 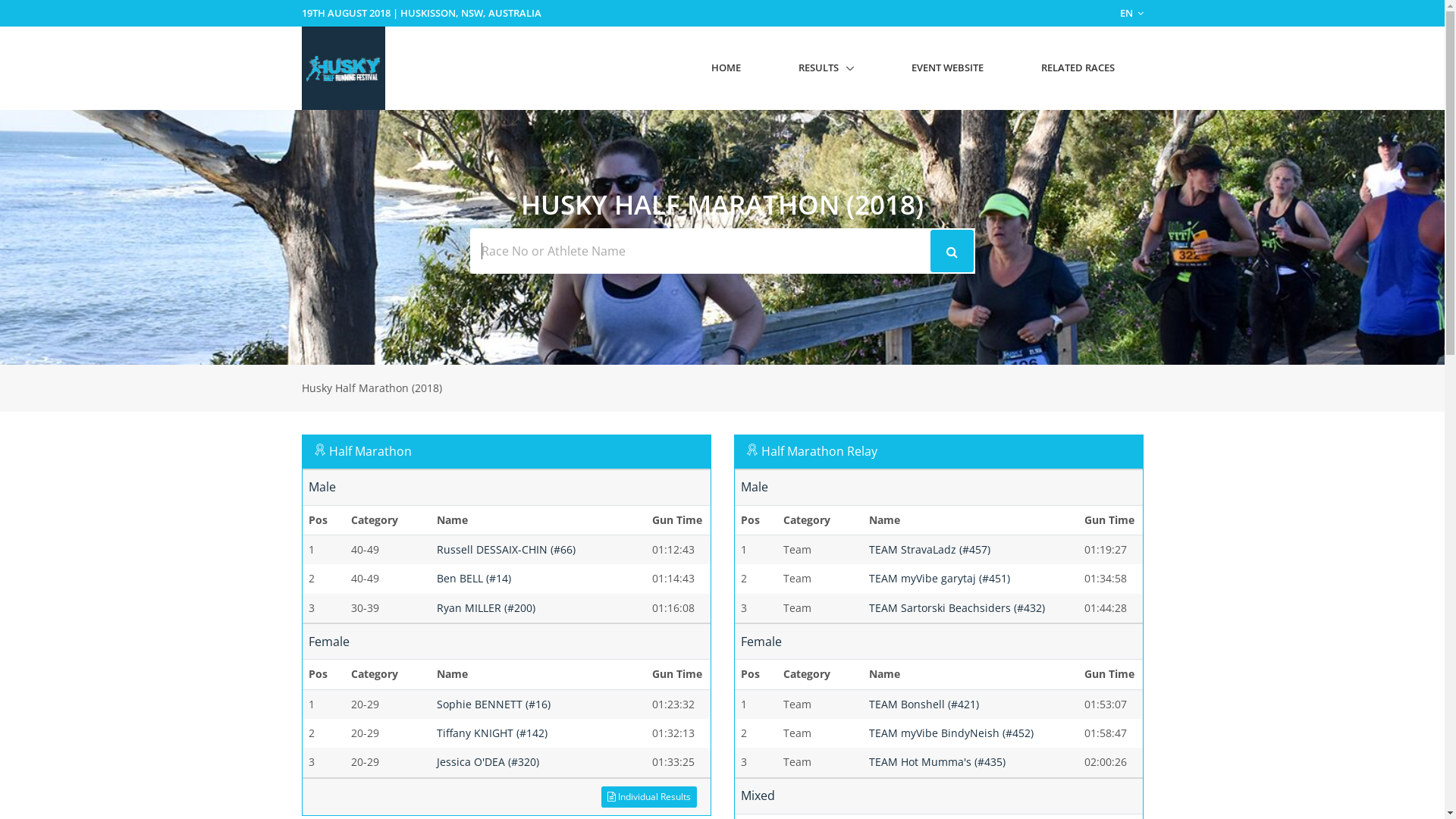 What do you see at coordinates (320, 486) in the screenshot?
I see `'Male'` at bounding box center [320, 486].